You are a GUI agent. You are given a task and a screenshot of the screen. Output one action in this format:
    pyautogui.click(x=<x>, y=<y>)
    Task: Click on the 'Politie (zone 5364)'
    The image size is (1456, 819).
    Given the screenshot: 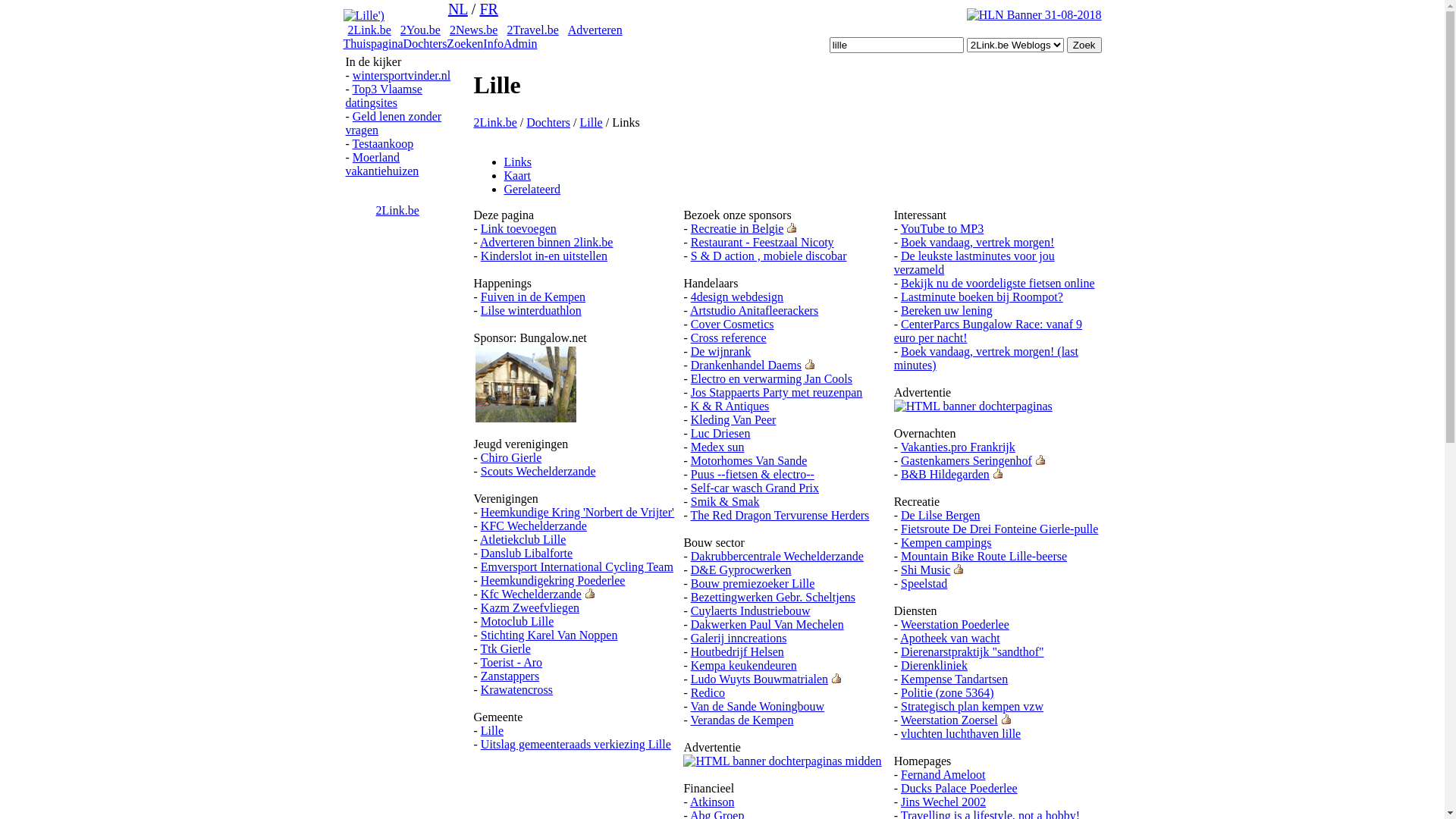 What is the action you would take?
    pyautogui.click(x=946, y=692)
    